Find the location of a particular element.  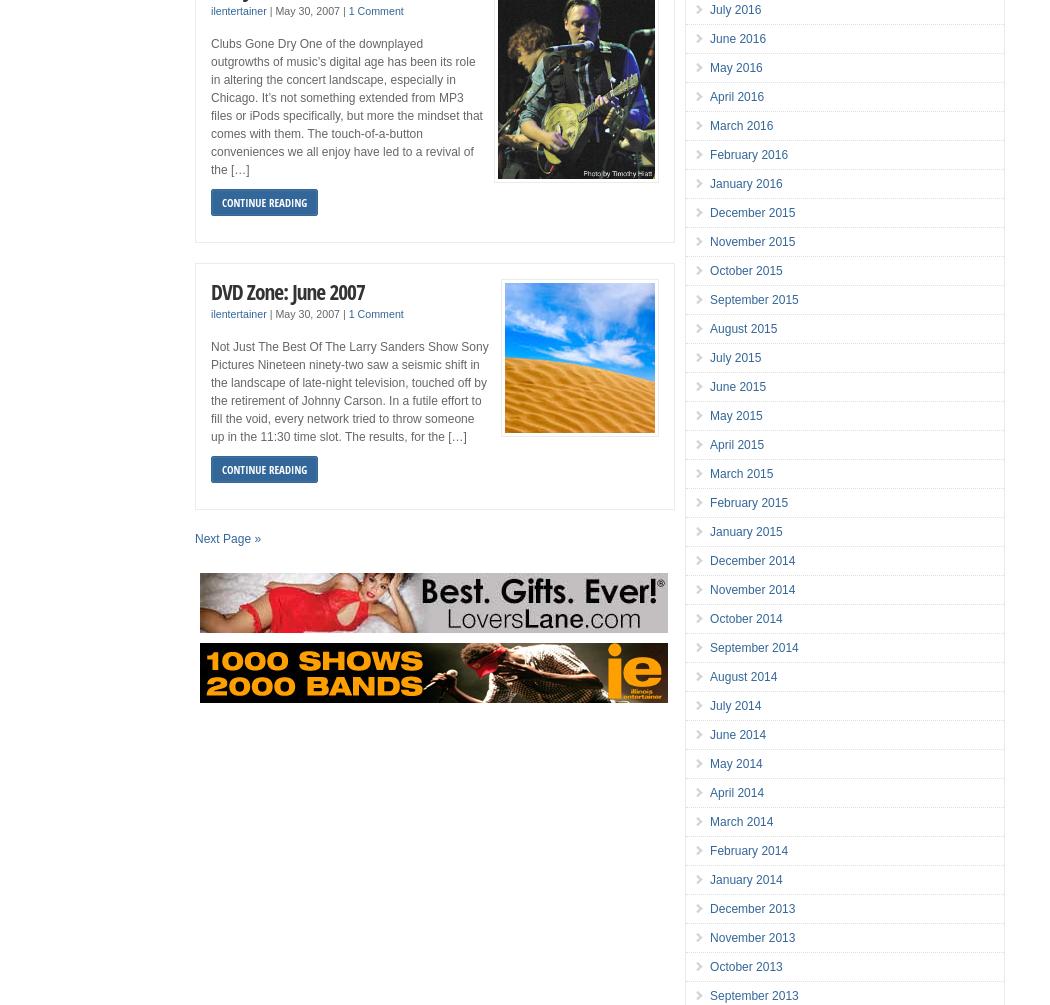

'October 2014' is located at coordinates (745, 617).